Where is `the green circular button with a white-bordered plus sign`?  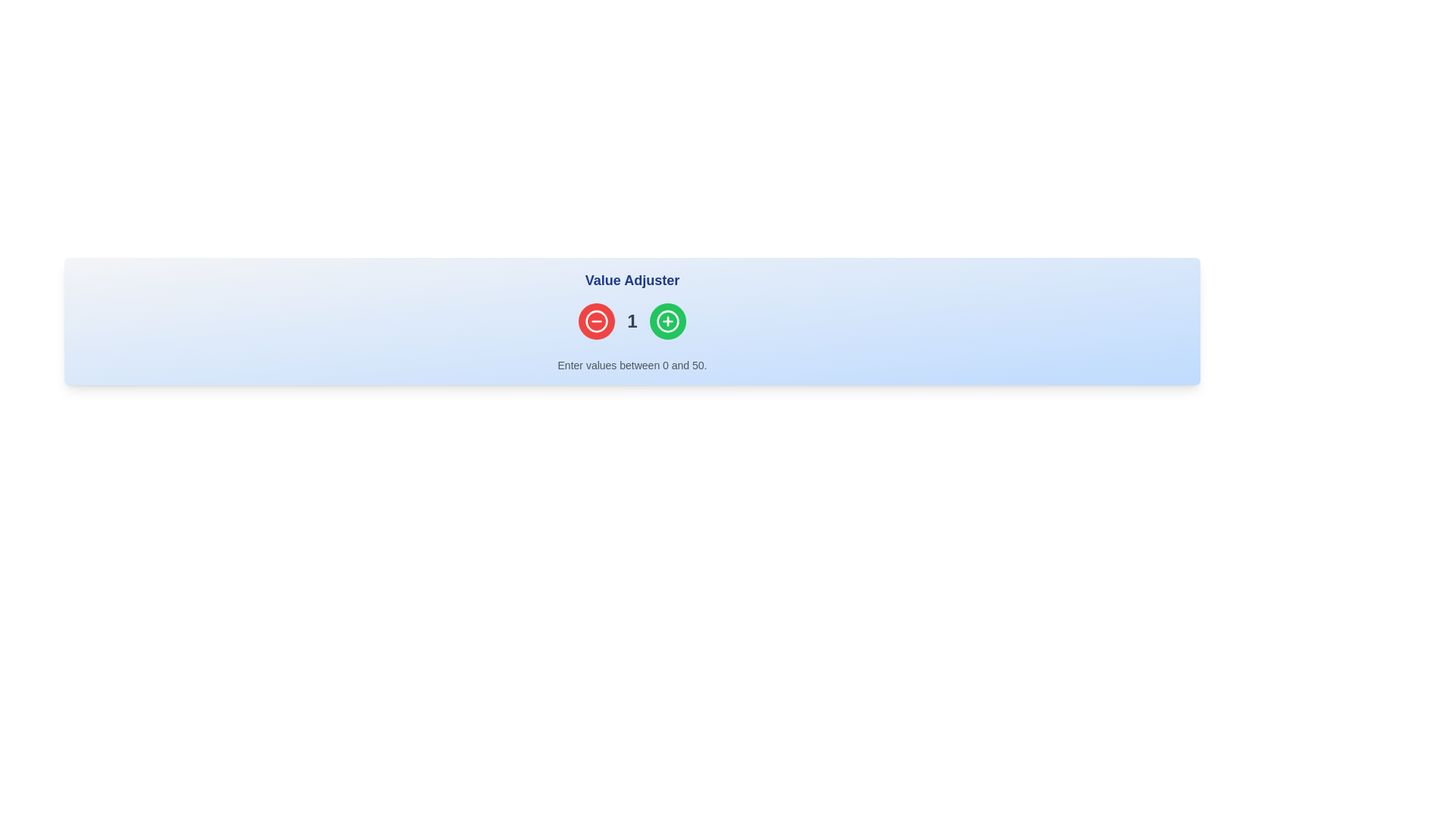 the green circular button with a white-bordered plus sign is located at coordinates (667, 321).